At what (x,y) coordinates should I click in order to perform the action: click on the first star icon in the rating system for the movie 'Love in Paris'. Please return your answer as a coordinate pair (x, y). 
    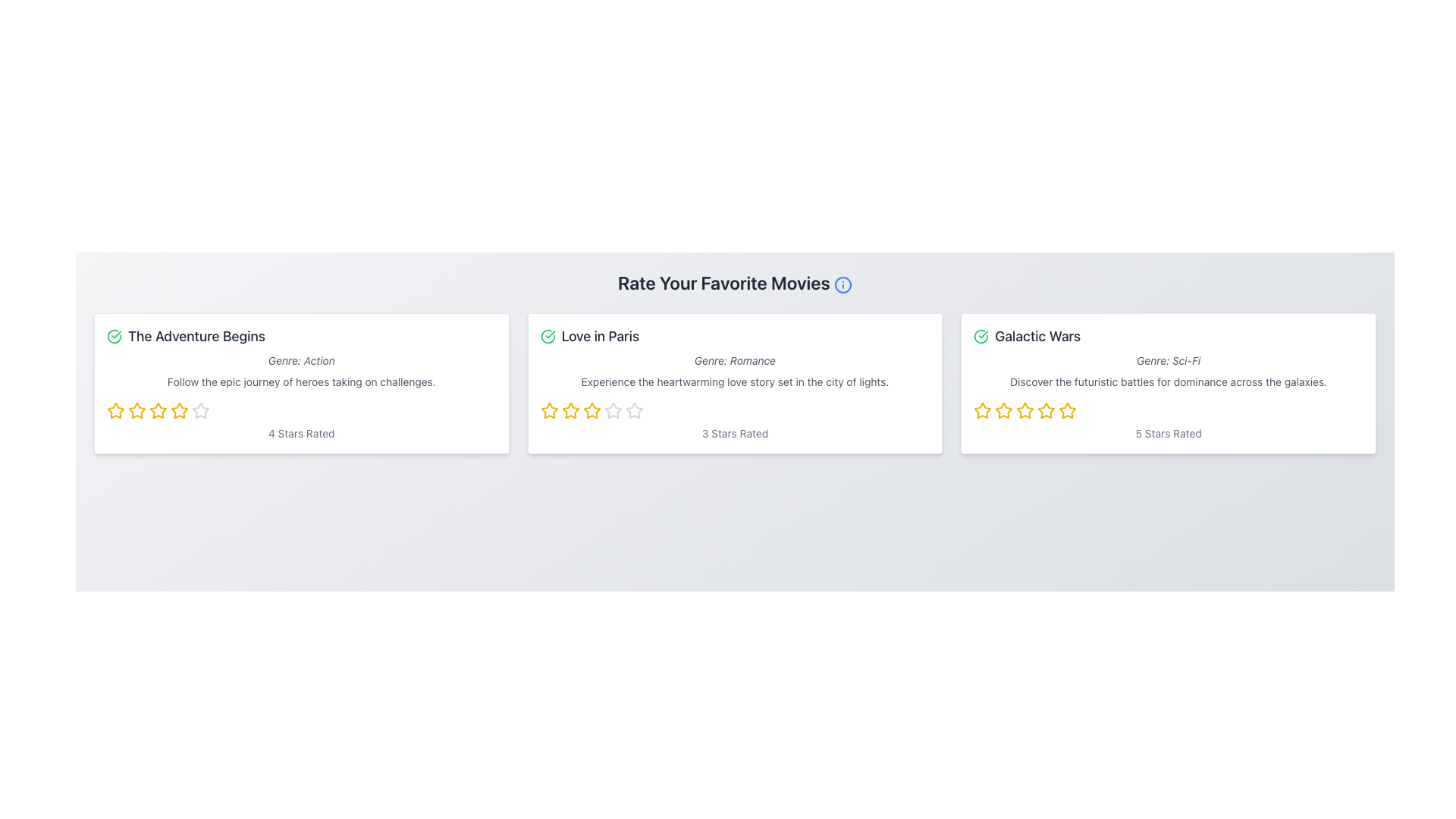
    Looking at the image, I should click on (570, 410).